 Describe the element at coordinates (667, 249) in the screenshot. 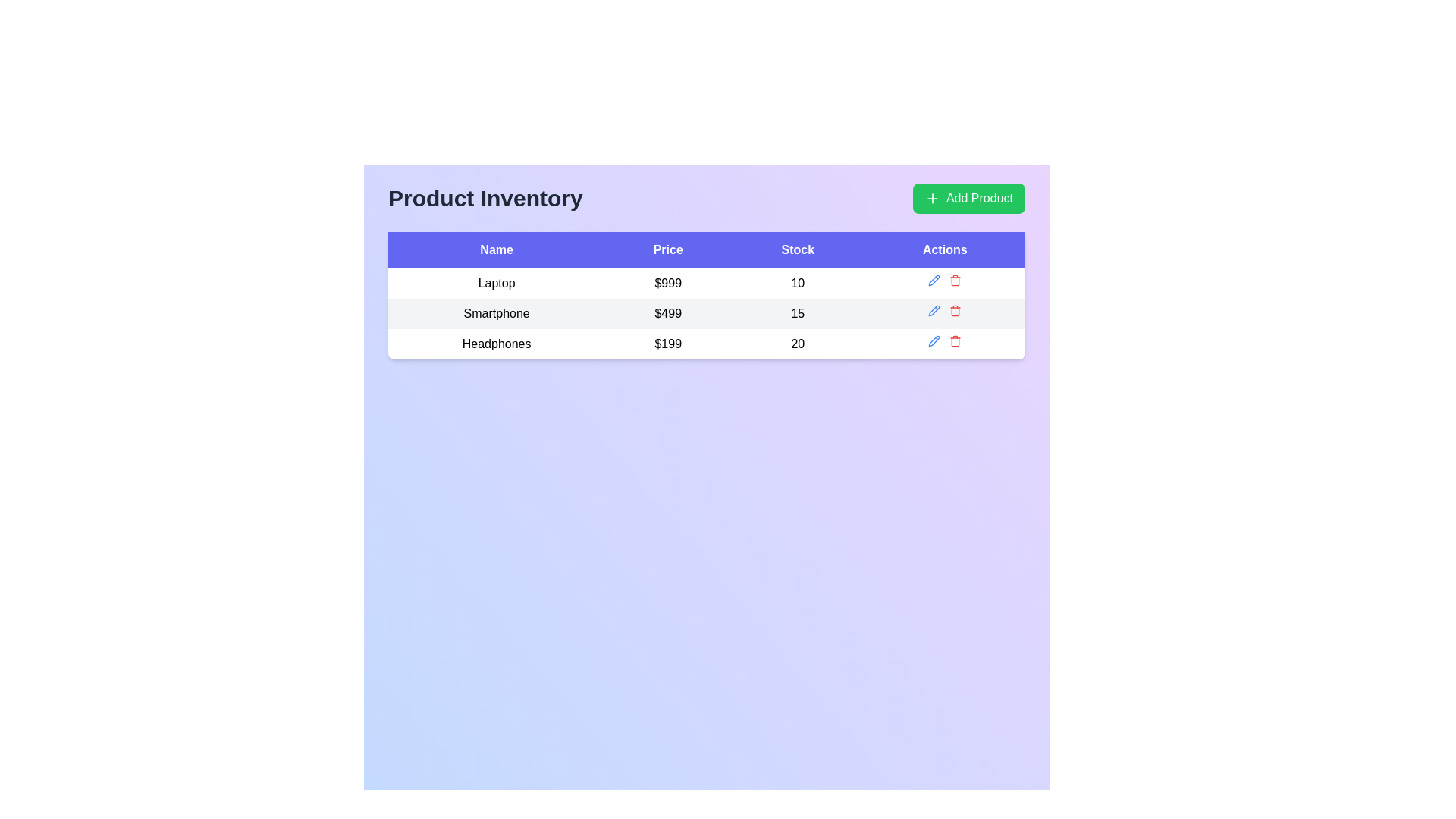

I see `text 'Price' from the Table Header Cell labeled 'Price', which is the second column header in a blue header bar` at that location.